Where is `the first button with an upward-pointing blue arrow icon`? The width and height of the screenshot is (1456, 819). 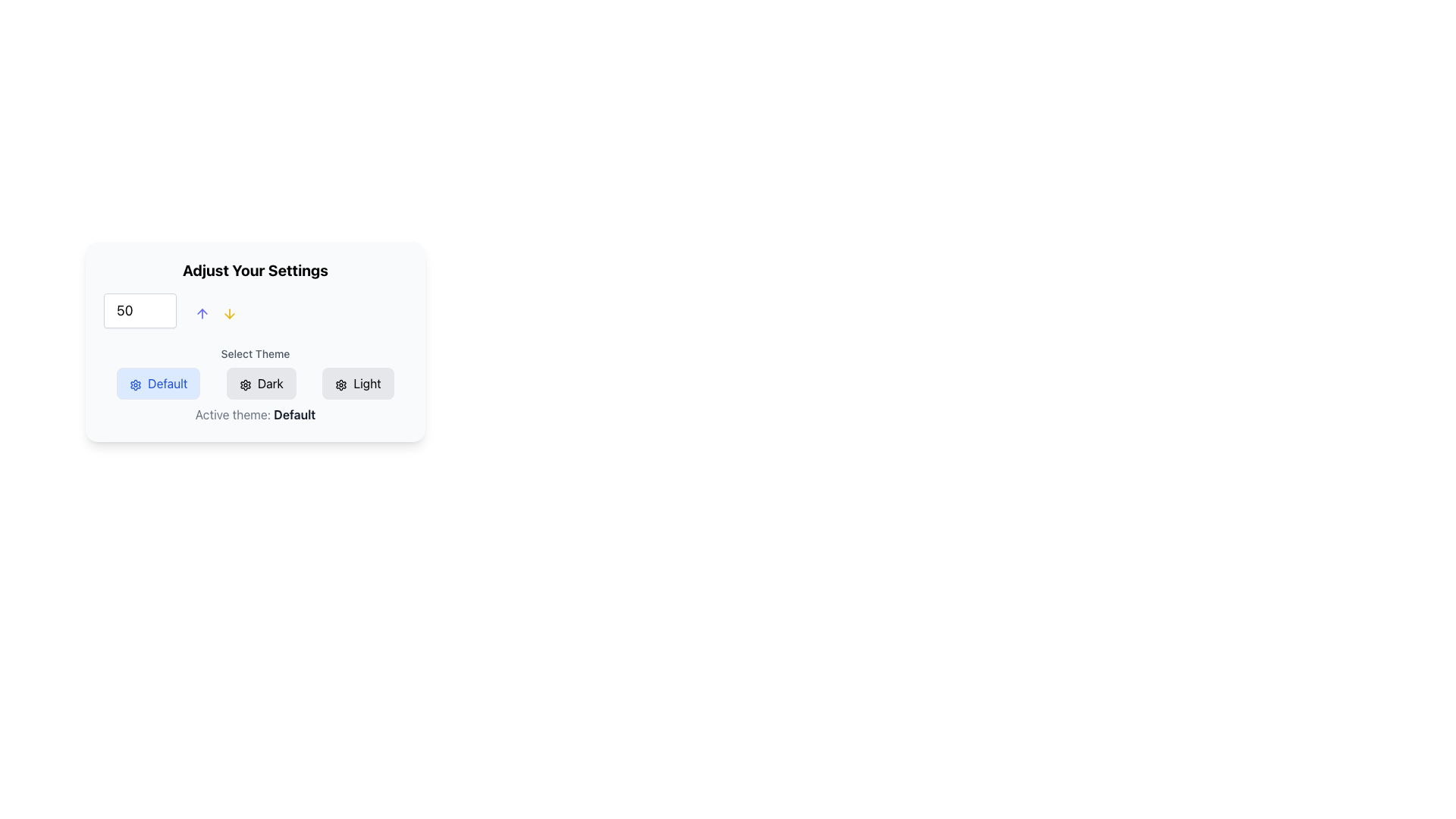
the first button with an upward-pointing blue arrow icon is located at coordinates (202, 312).